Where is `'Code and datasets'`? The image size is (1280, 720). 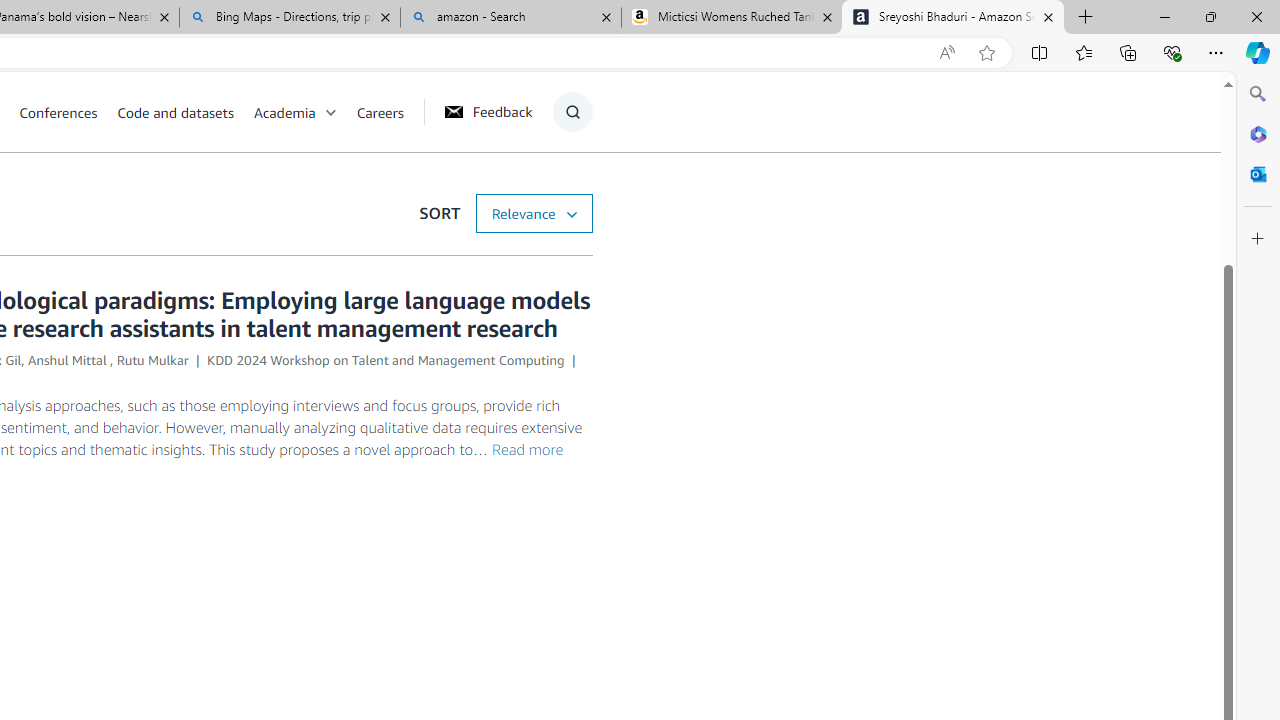
'Code and datasets' is located at coordinates (175, 111).